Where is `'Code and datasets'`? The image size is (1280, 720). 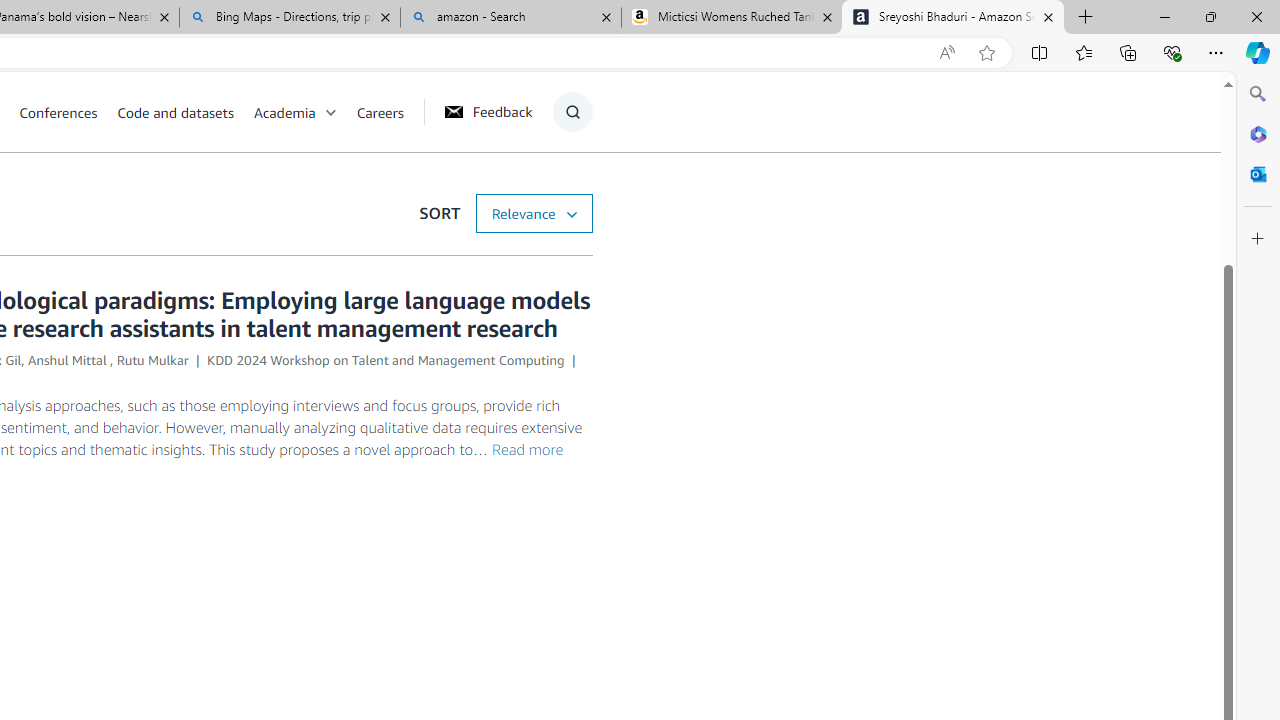
'Code and datasets' is located at coordinates (175, 111).